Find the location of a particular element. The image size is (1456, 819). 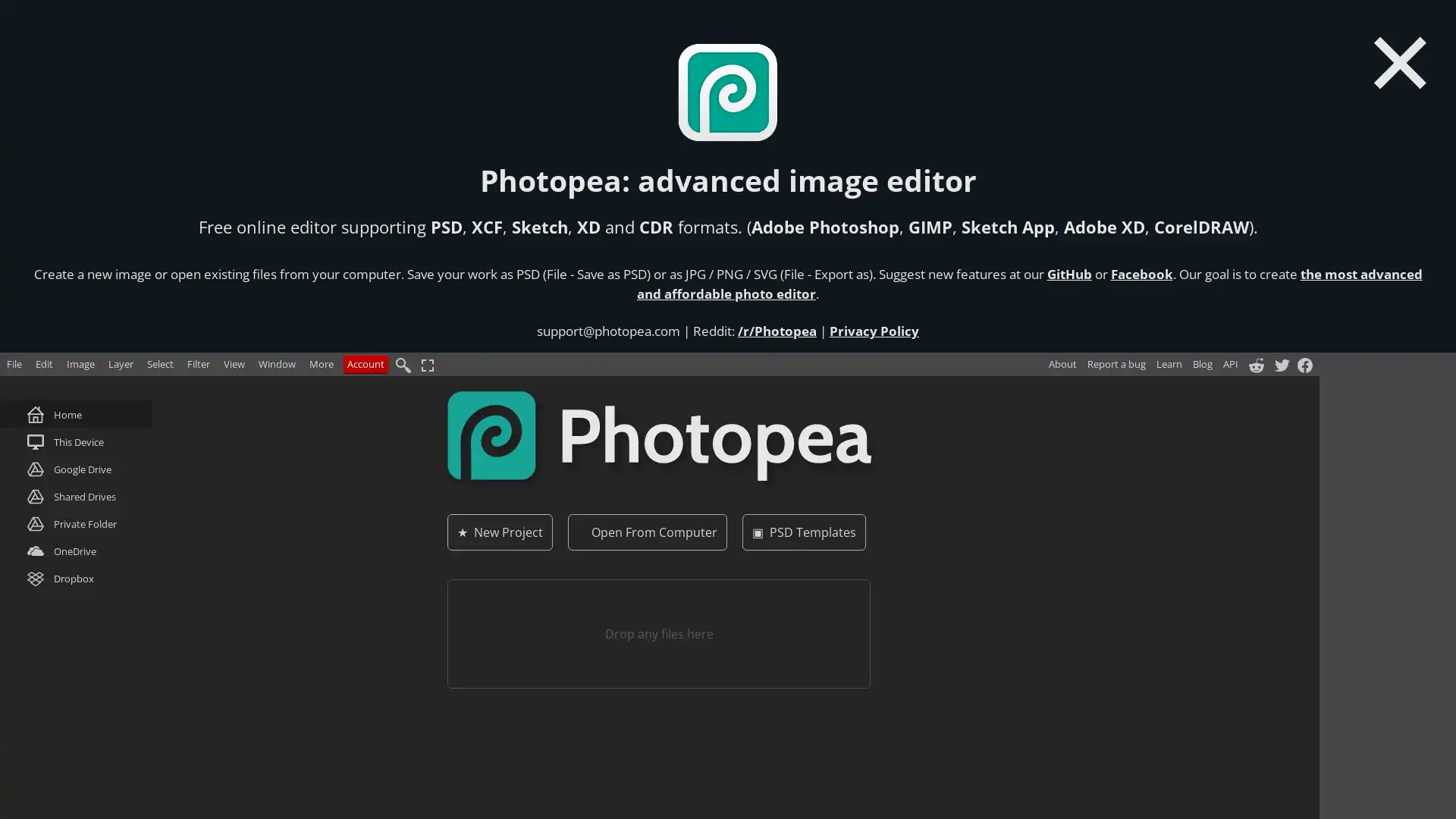

Blog is located at coordinates (1201, 11).